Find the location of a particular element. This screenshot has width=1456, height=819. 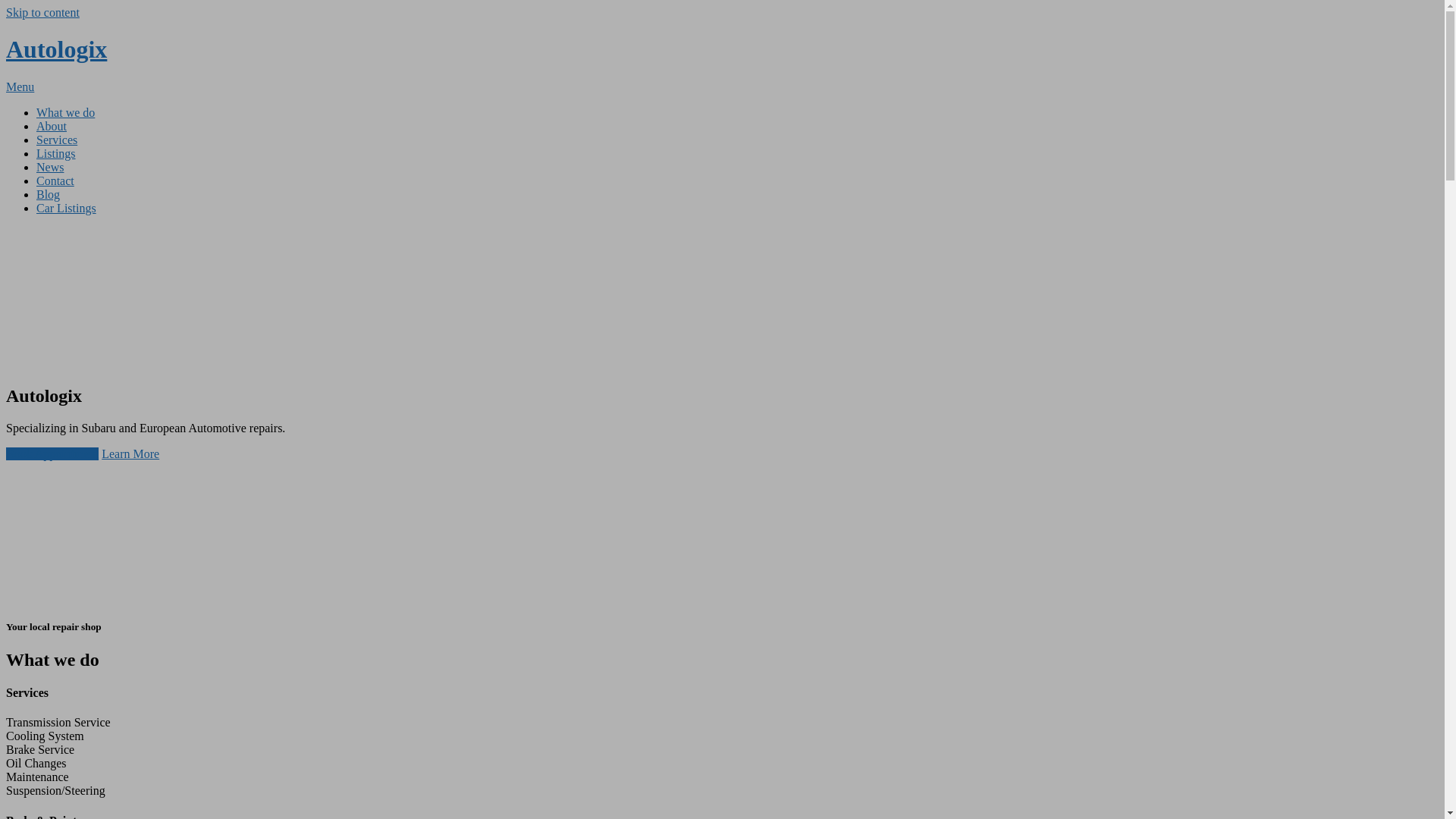

'About' is located at coordinates (51, 125).